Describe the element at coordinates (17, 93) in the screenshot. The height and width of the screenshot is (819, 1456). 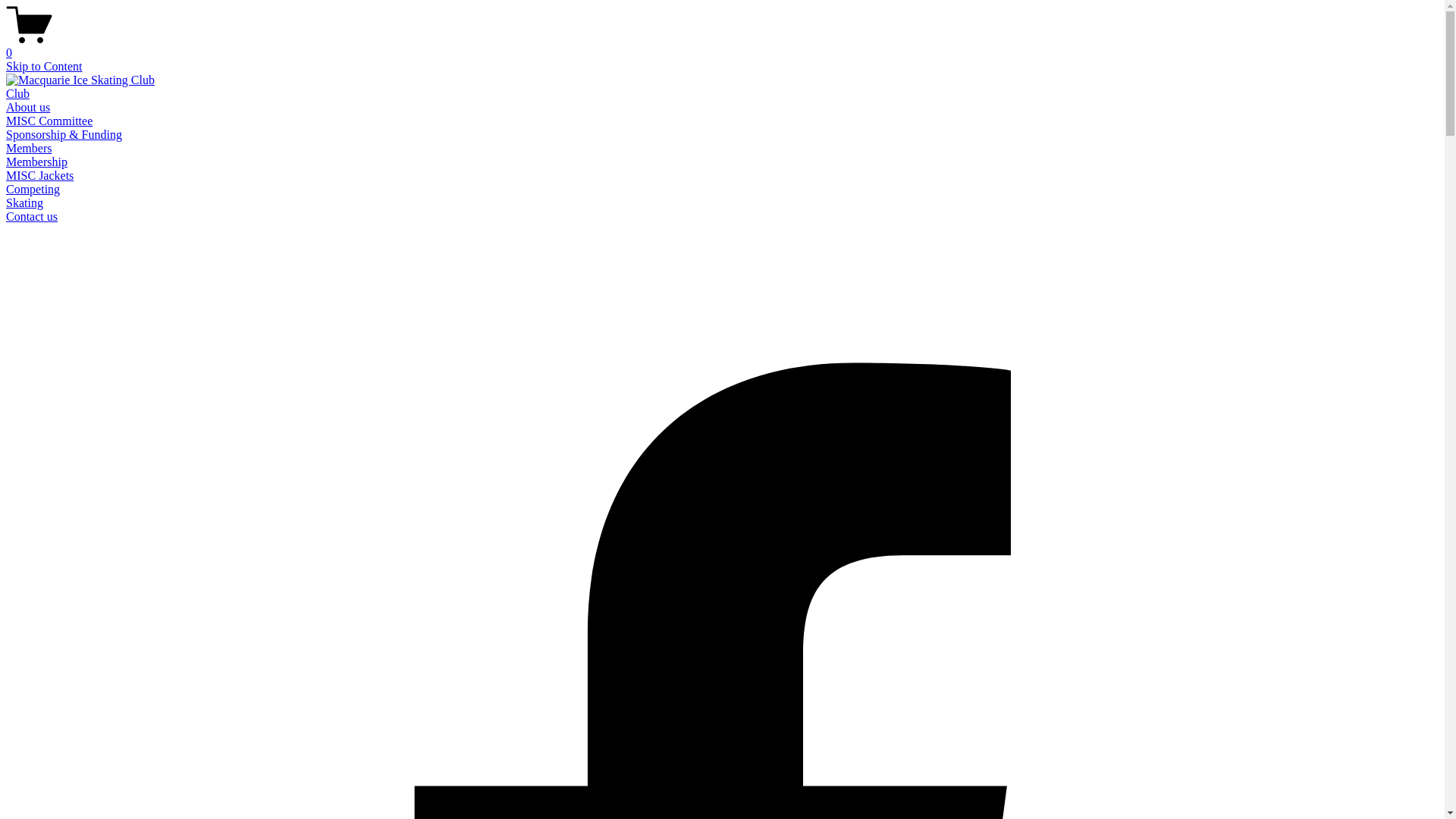
I see `'Club'` at that location.